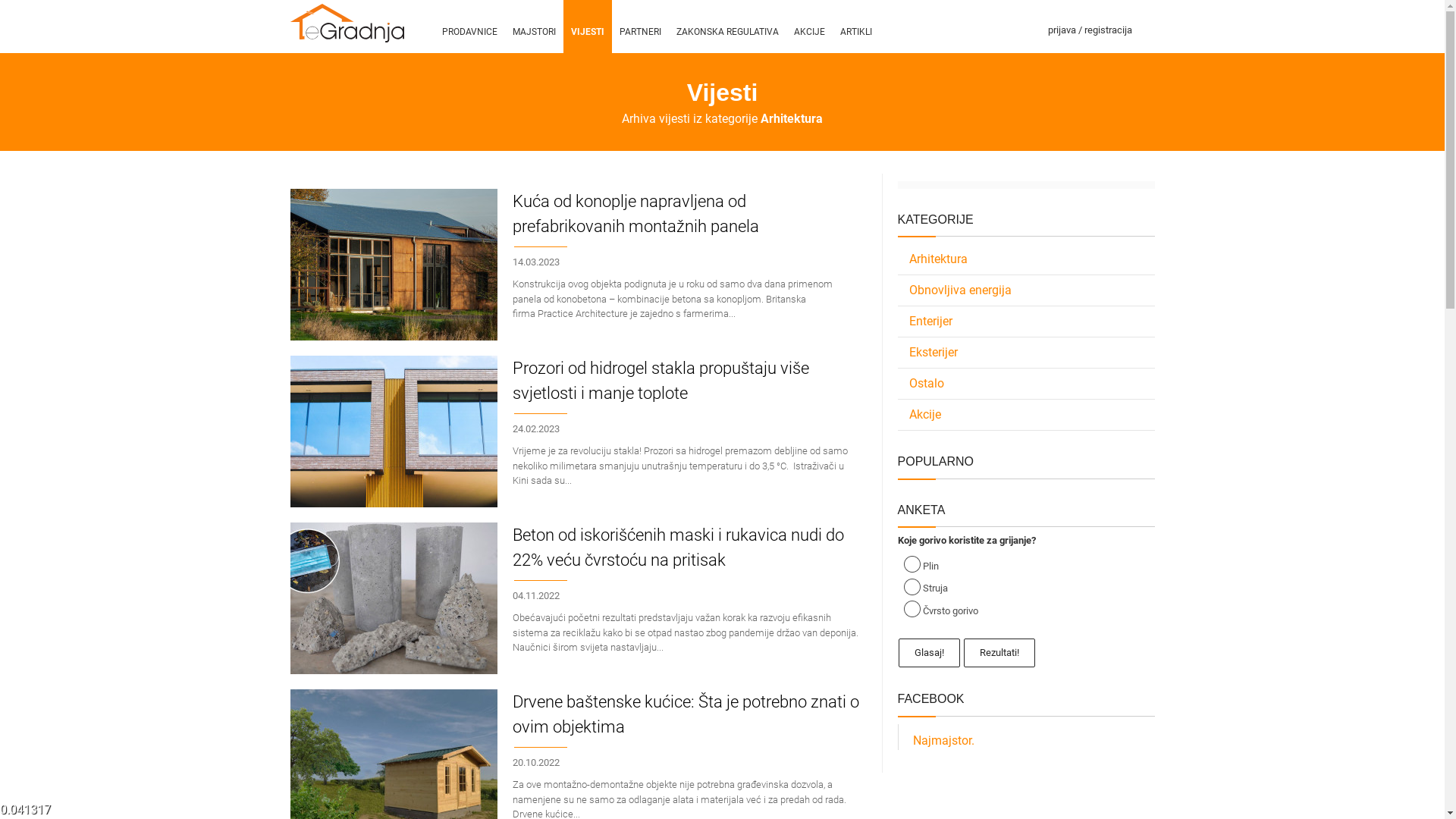  Describe the element at coordinates (808, 26) in the screenshot. I see `'AKCIJE'` at that location.